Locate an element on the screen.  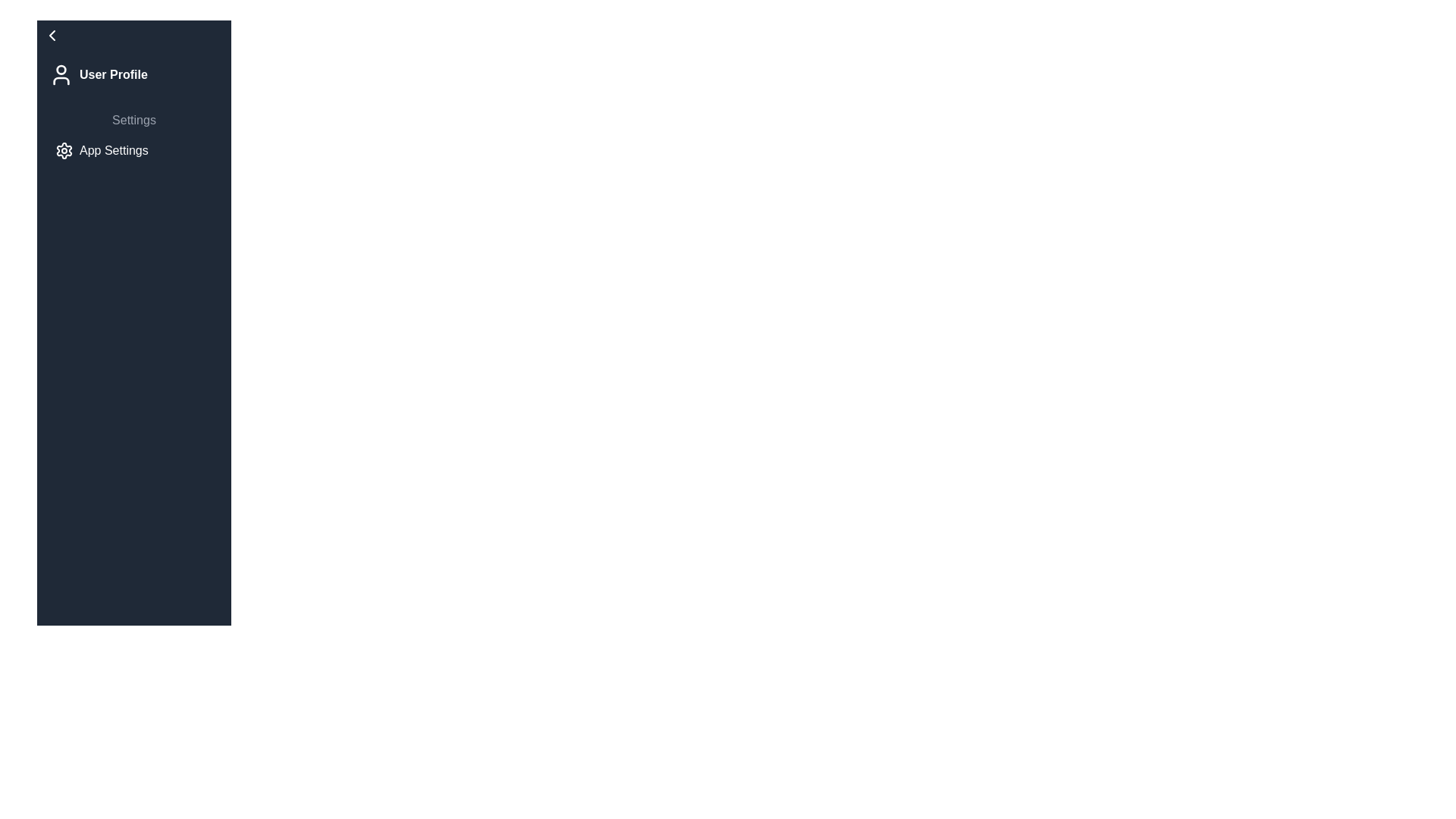
the user profile icon, which is a silhouetted figure within a circular boundary, located in the top-left corner of the interface in the sidebar menu is located at coordinates (61, 75).